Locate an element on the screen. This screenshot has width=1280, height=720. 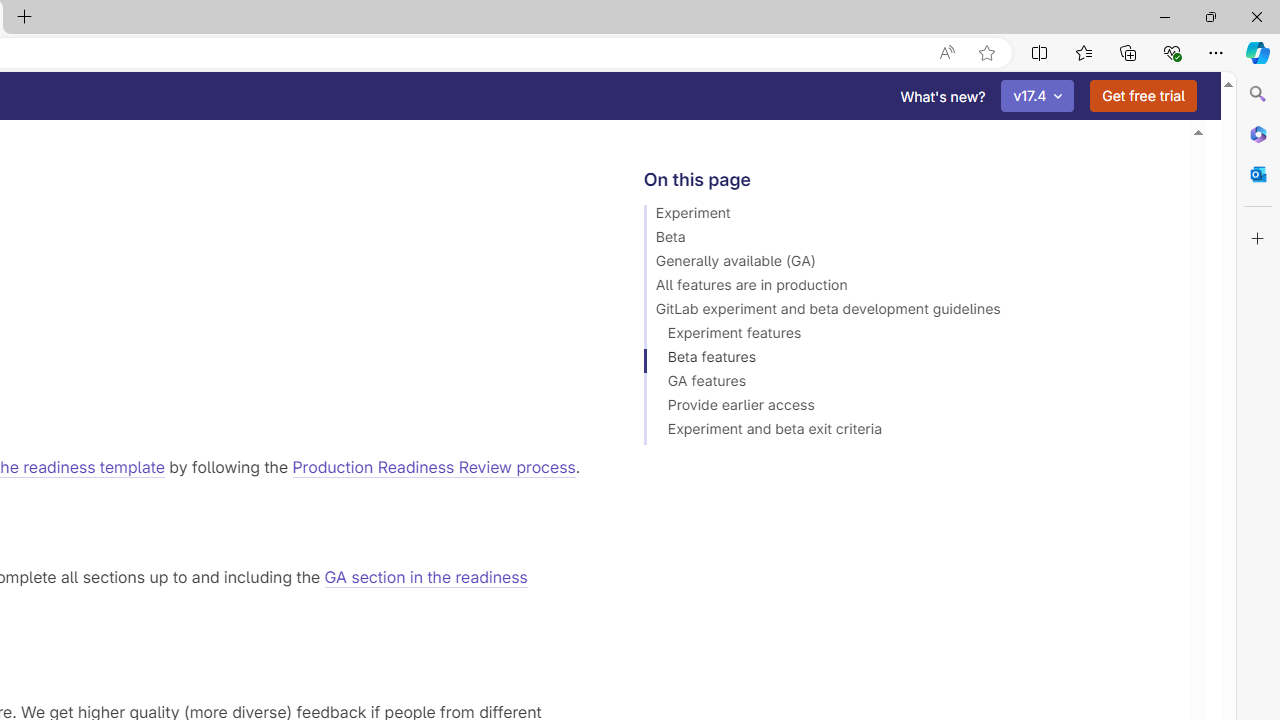
'What' is located at coordinates (942, 96).